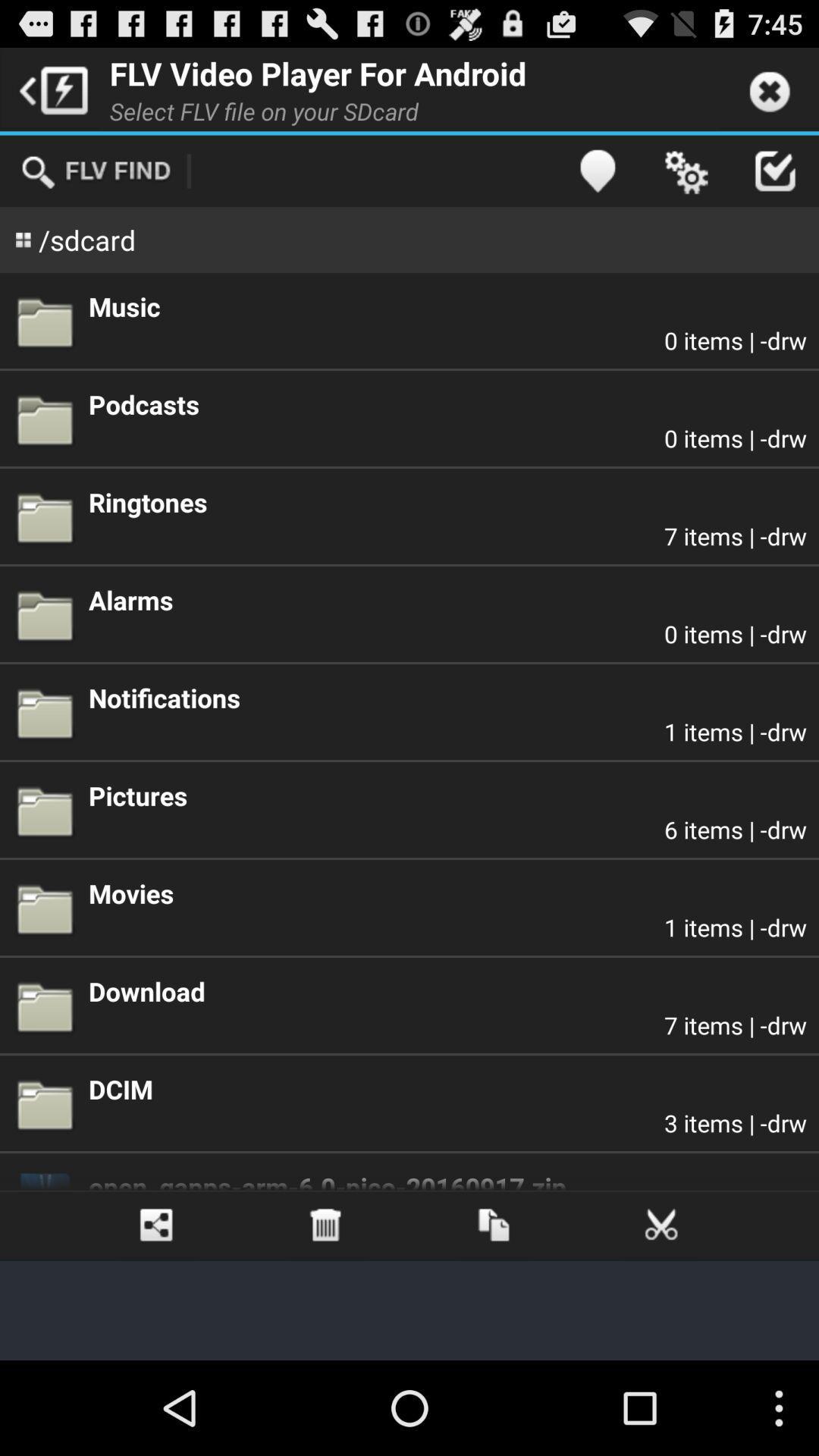  Describe the element at coordinates (447, 306) in the screenshot. I see `the music` at that location.